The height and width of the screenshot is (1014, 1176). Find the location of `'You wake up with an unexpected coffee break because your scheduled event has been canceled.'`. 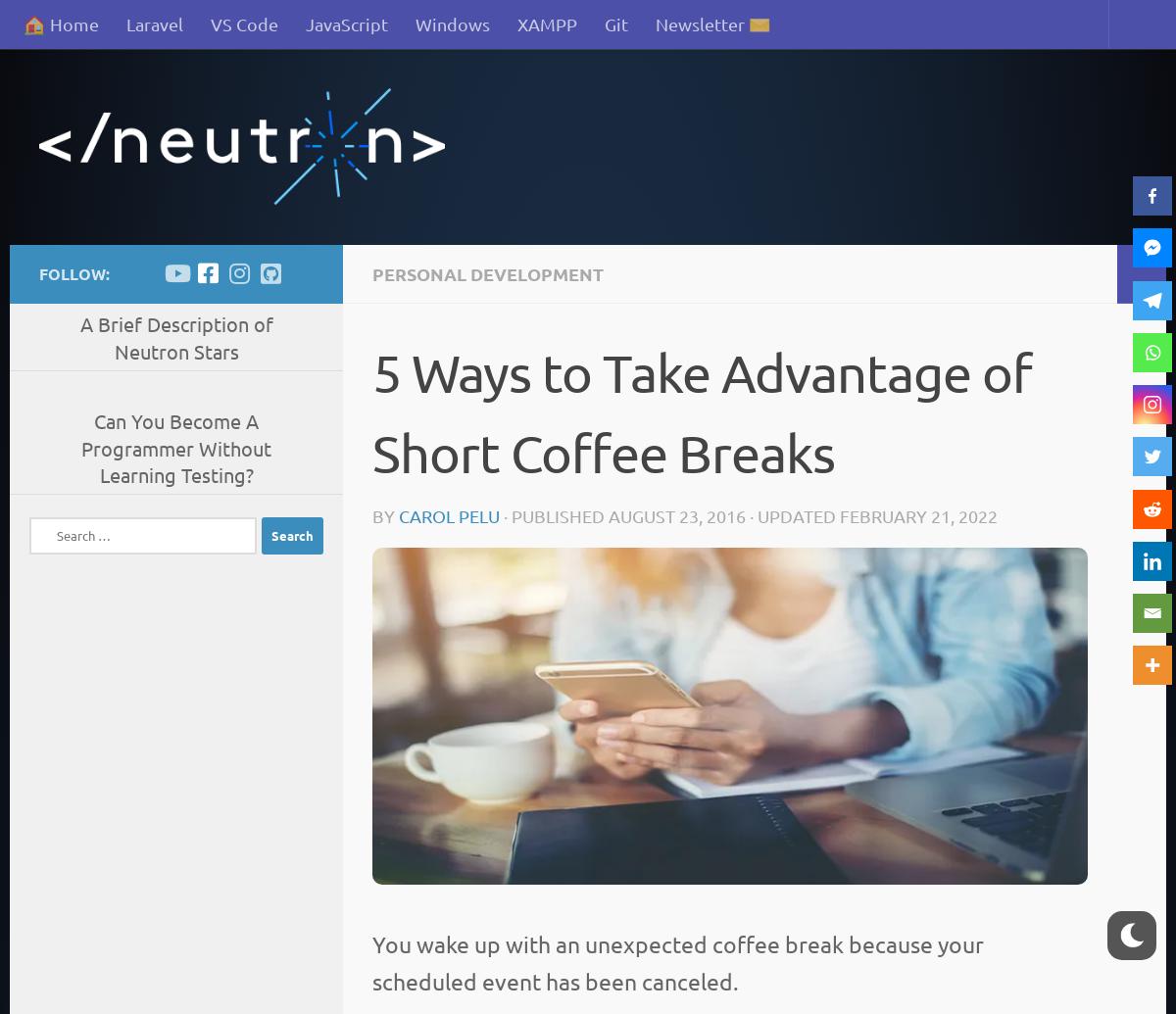

'You wake up with an unexpected coffee break because your scheduled event has been canceled.' is located at coordinates (678, 961).